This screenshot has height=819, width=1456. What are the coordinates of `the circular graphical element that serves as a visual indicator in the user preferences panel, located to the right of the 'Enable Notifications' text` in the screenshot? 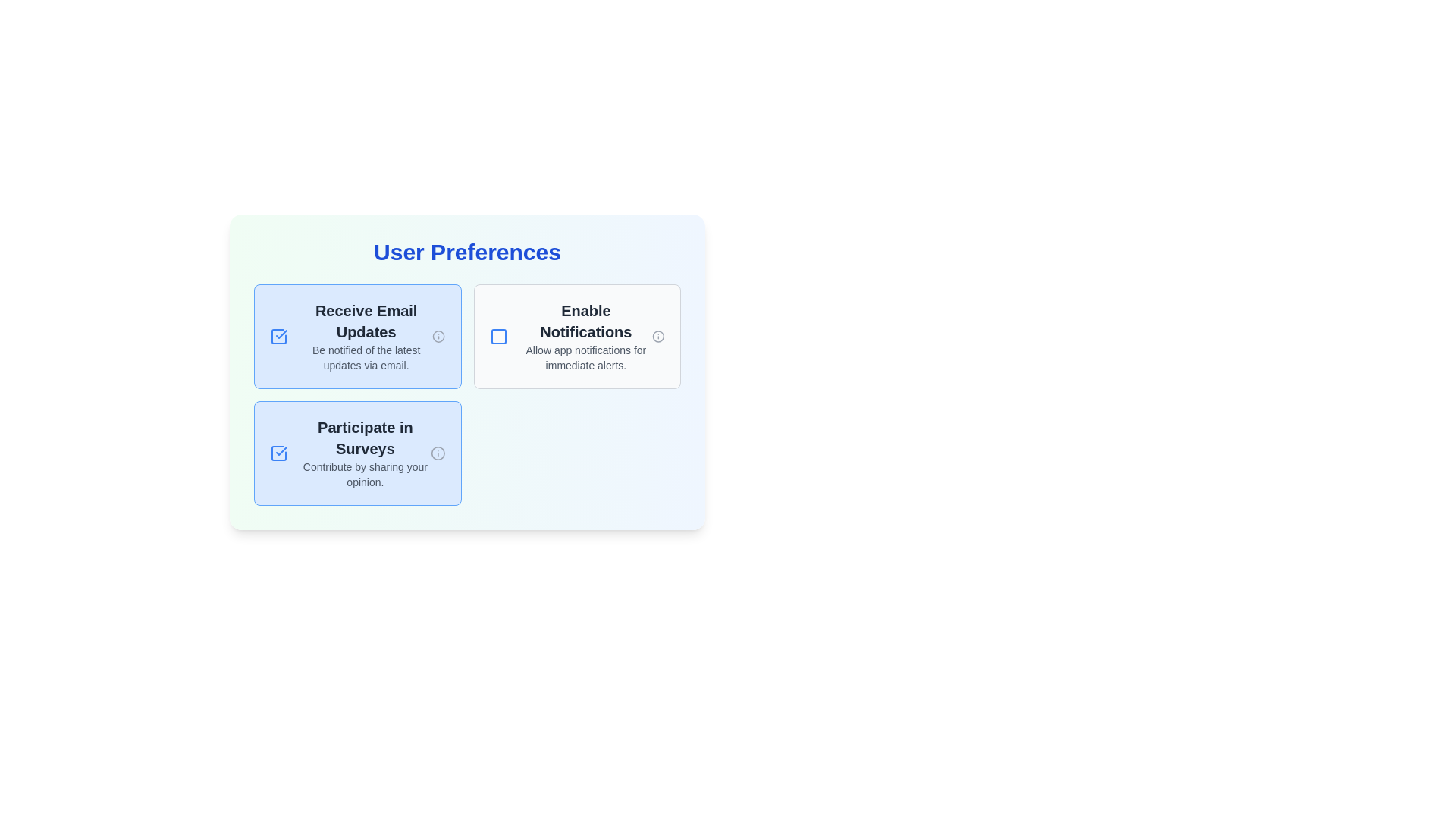 It's located at (658, 335).